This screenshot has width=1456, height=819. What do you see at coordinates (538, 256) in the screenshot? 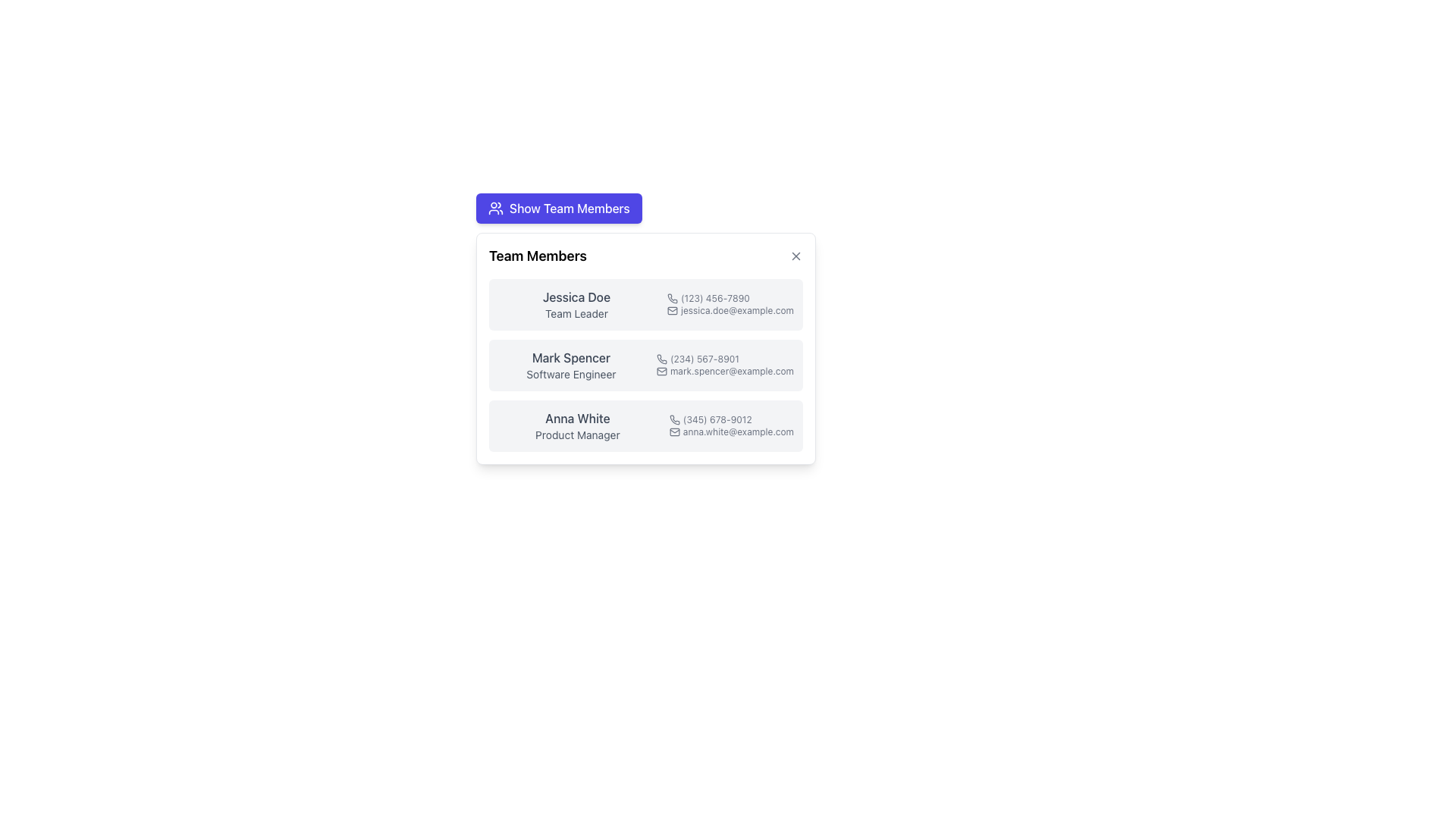
I see `the header label of the 'Team Members' panel, which is located at the top-left corner of the panel and serves as its title` at bounding box center [538, 256].